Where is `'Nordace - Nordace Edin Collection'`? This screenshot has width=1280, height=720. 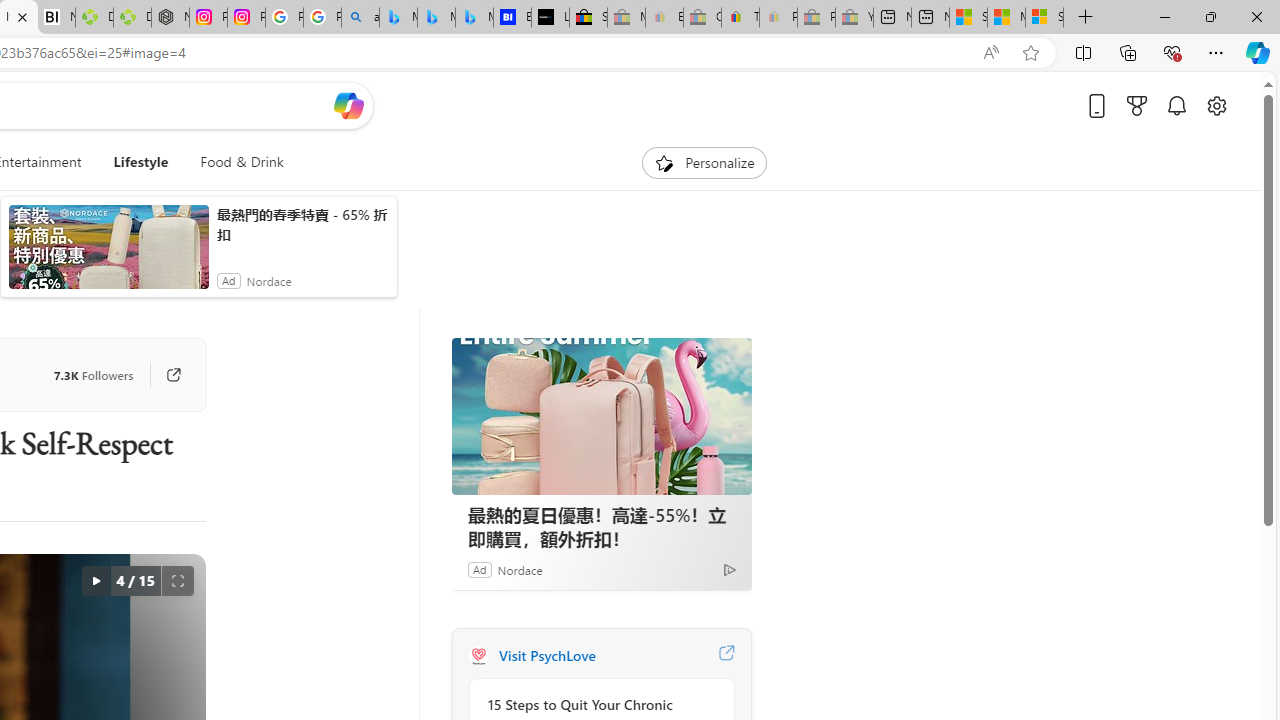
'Nordace - Nordace Edin Collection' is located at coordinates (170, 17).